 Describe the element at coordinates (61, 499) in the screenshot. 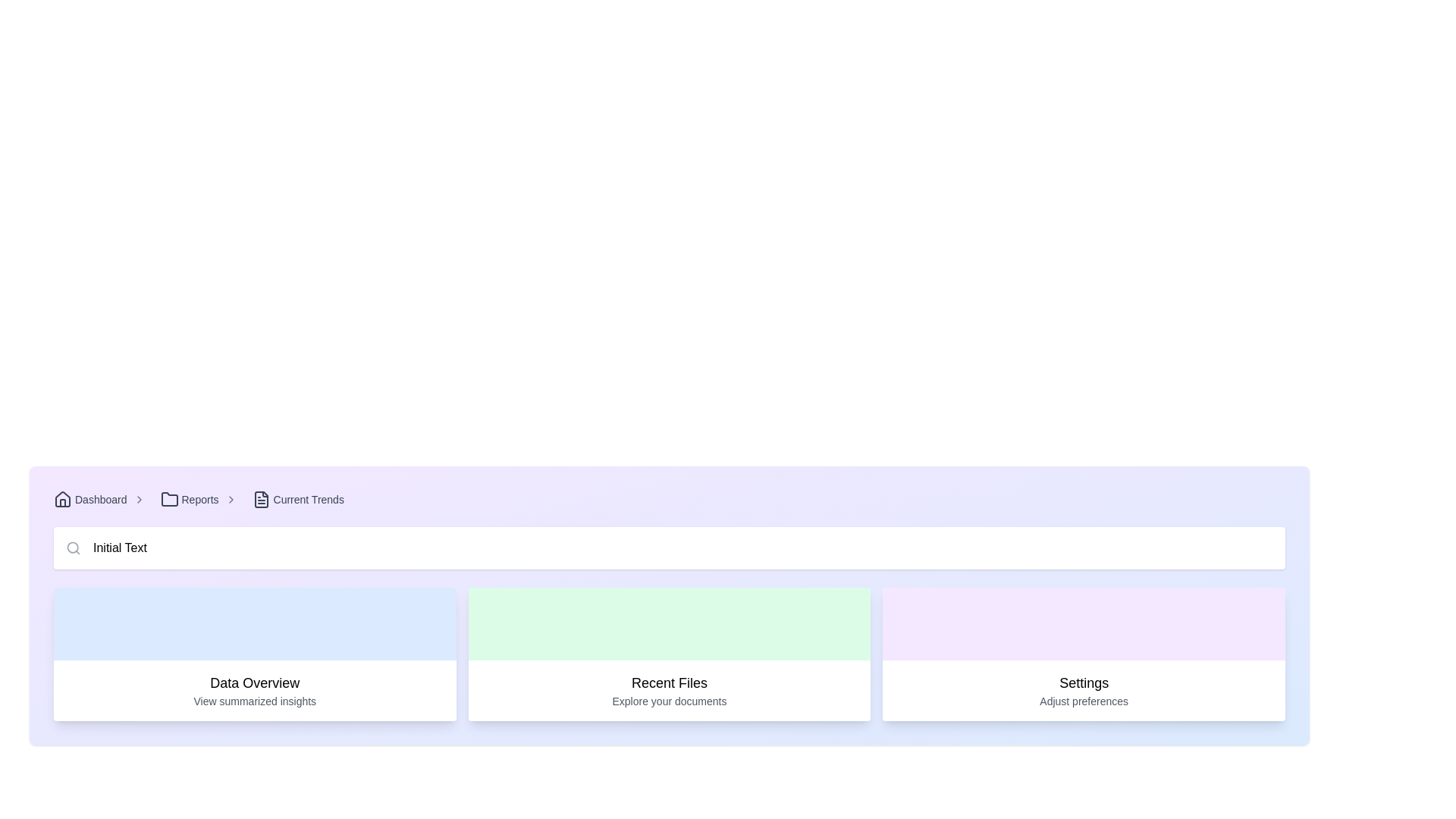

I see `the 'Home' icon located in the top left corner of the navigation bar` at that location.